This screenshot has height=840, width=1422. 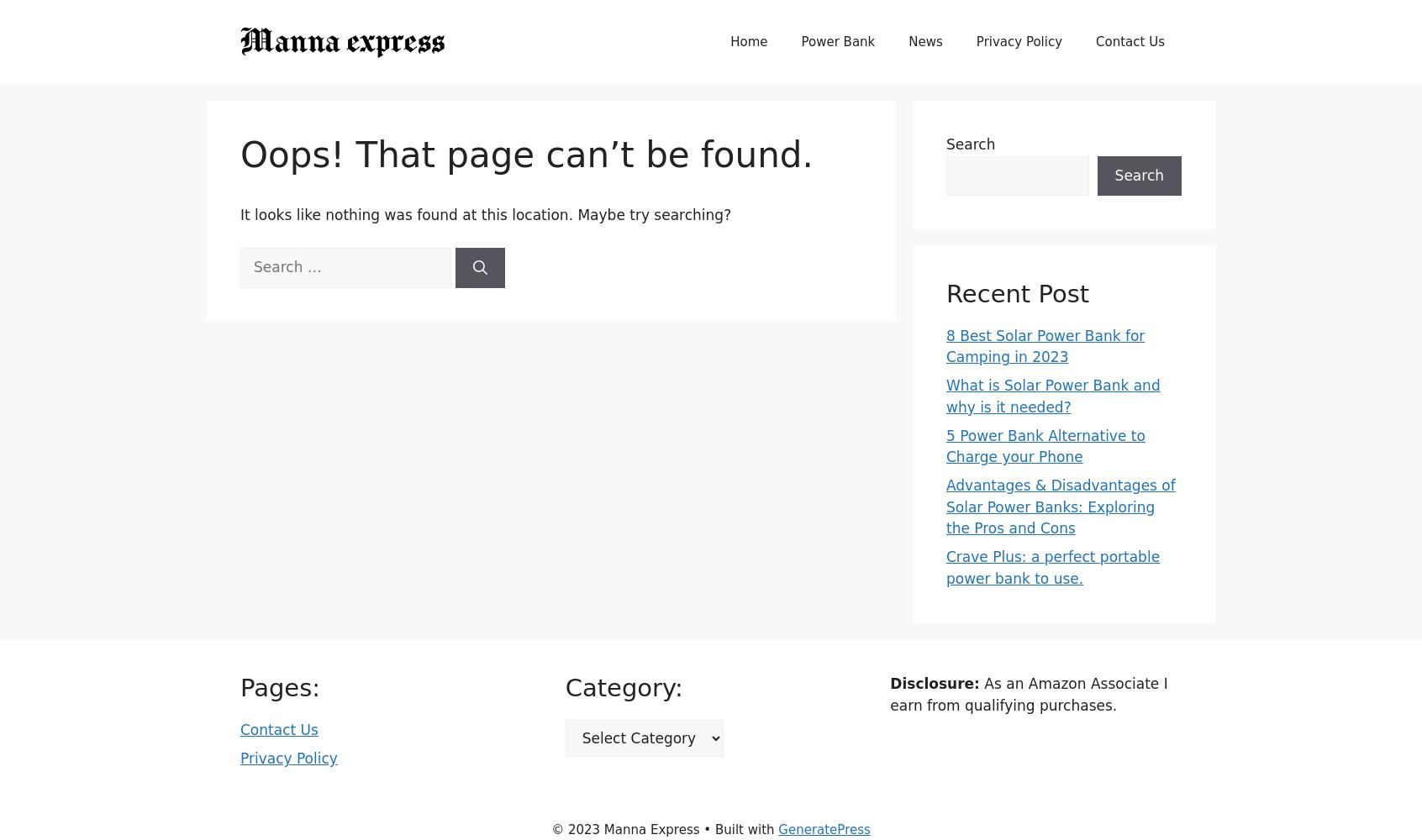 What do you see at coordinates (1052, 395) in the screenshot?
I see `'What is Solar Power Bank and why is it needed?'` at bounding box center [1052, 395].